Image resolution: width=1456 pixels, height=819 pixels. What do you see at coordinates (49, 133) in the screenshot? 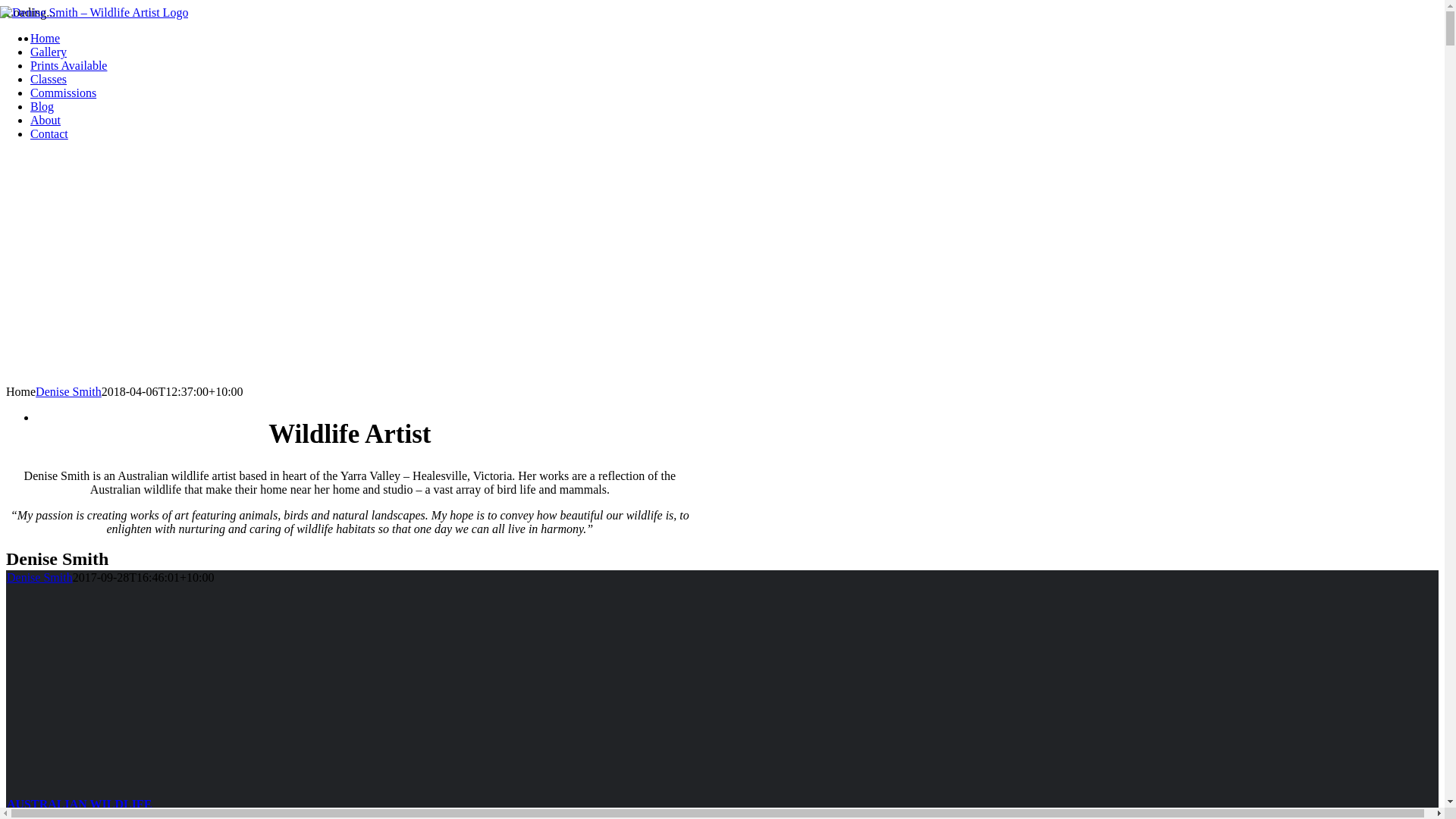
I see `'Contact'` at bounding box center [49, 133].